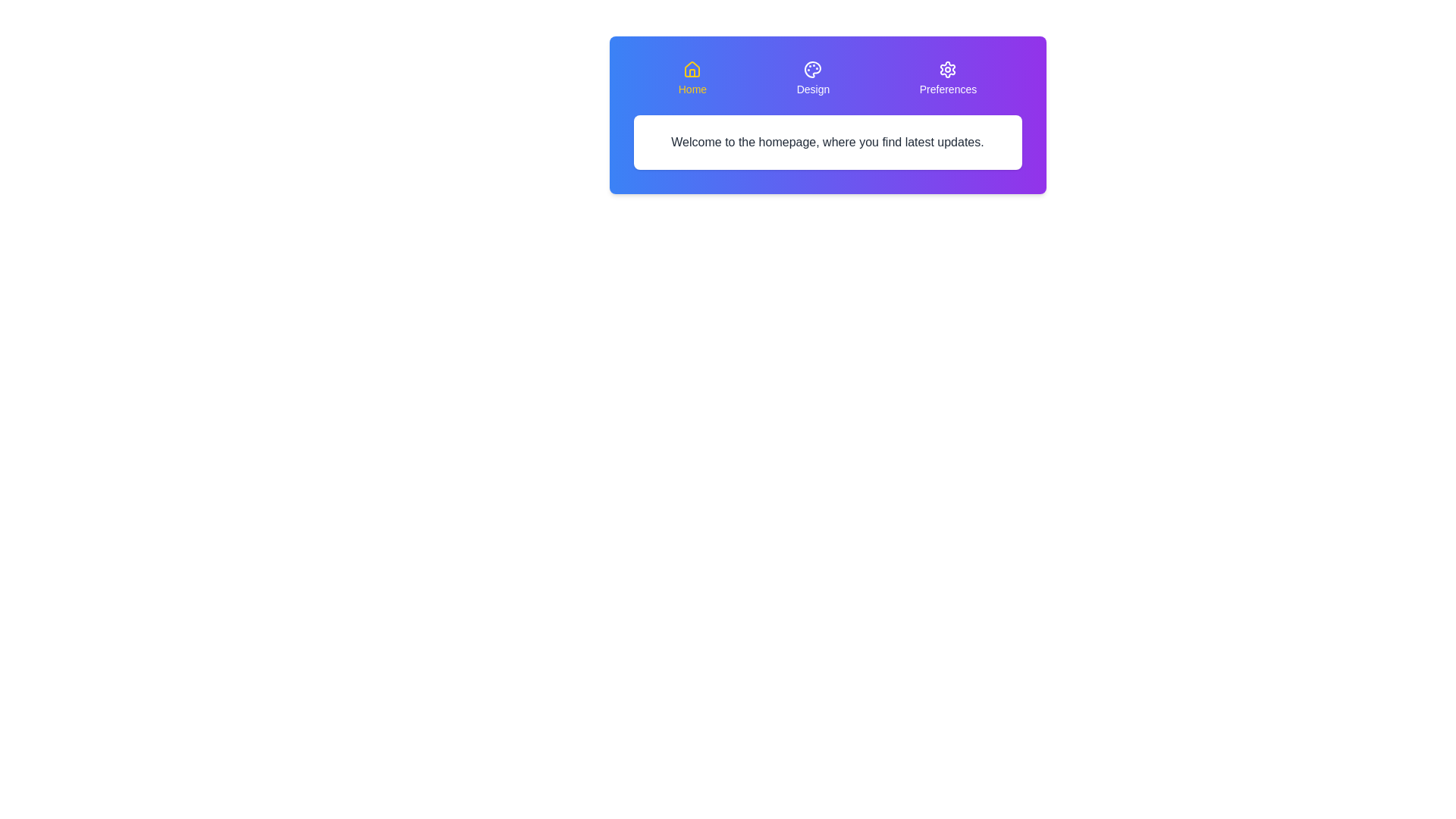 This screenshot has height=819, width=1456. What do you see at coordinates (811, 79) in the screenshot?
I see `the Design tab by clicking on it` at bounding box center [811, 79].